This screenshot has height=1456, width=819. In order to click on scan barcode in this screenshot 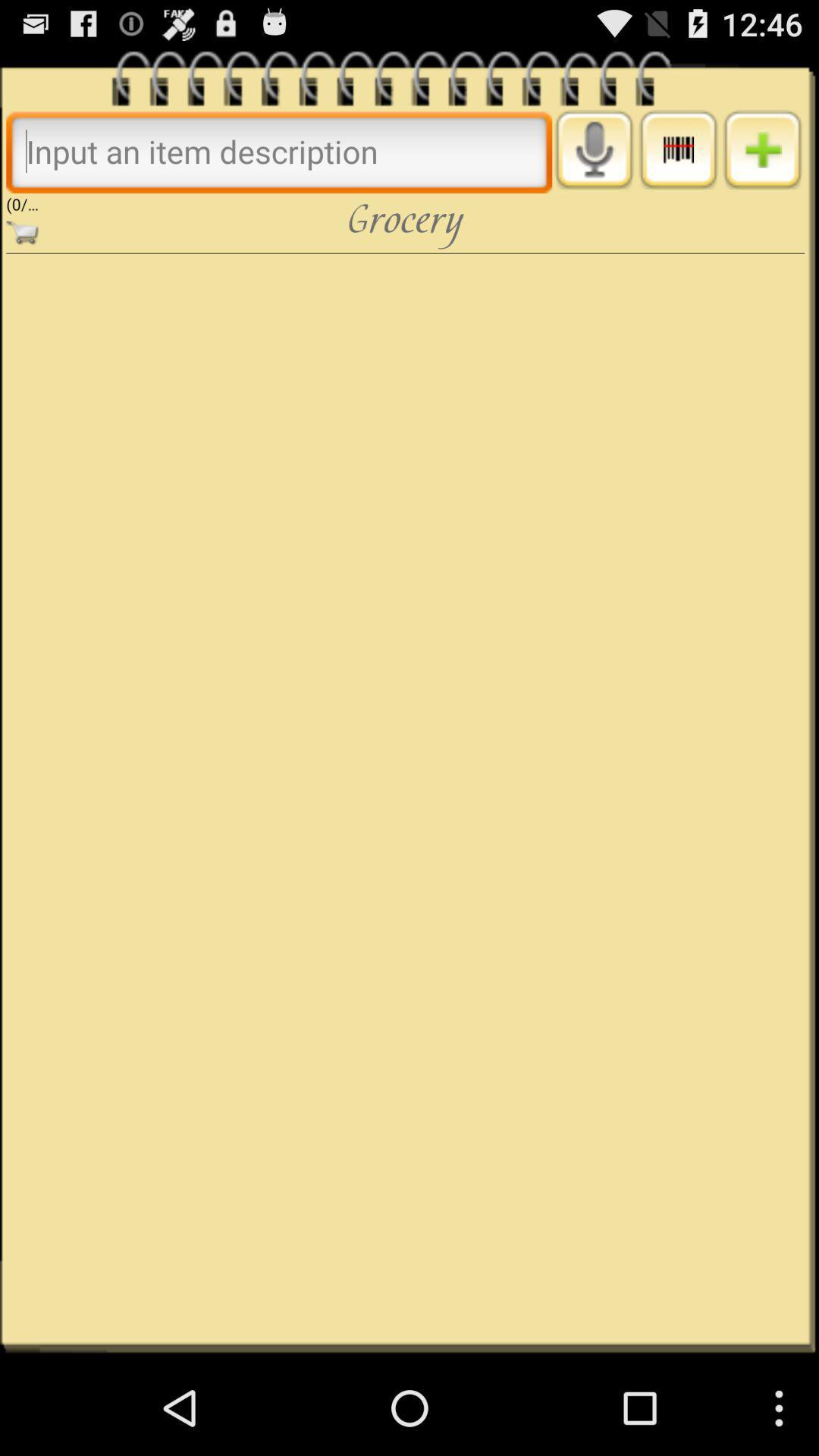, I will do `click(677, 149)`.